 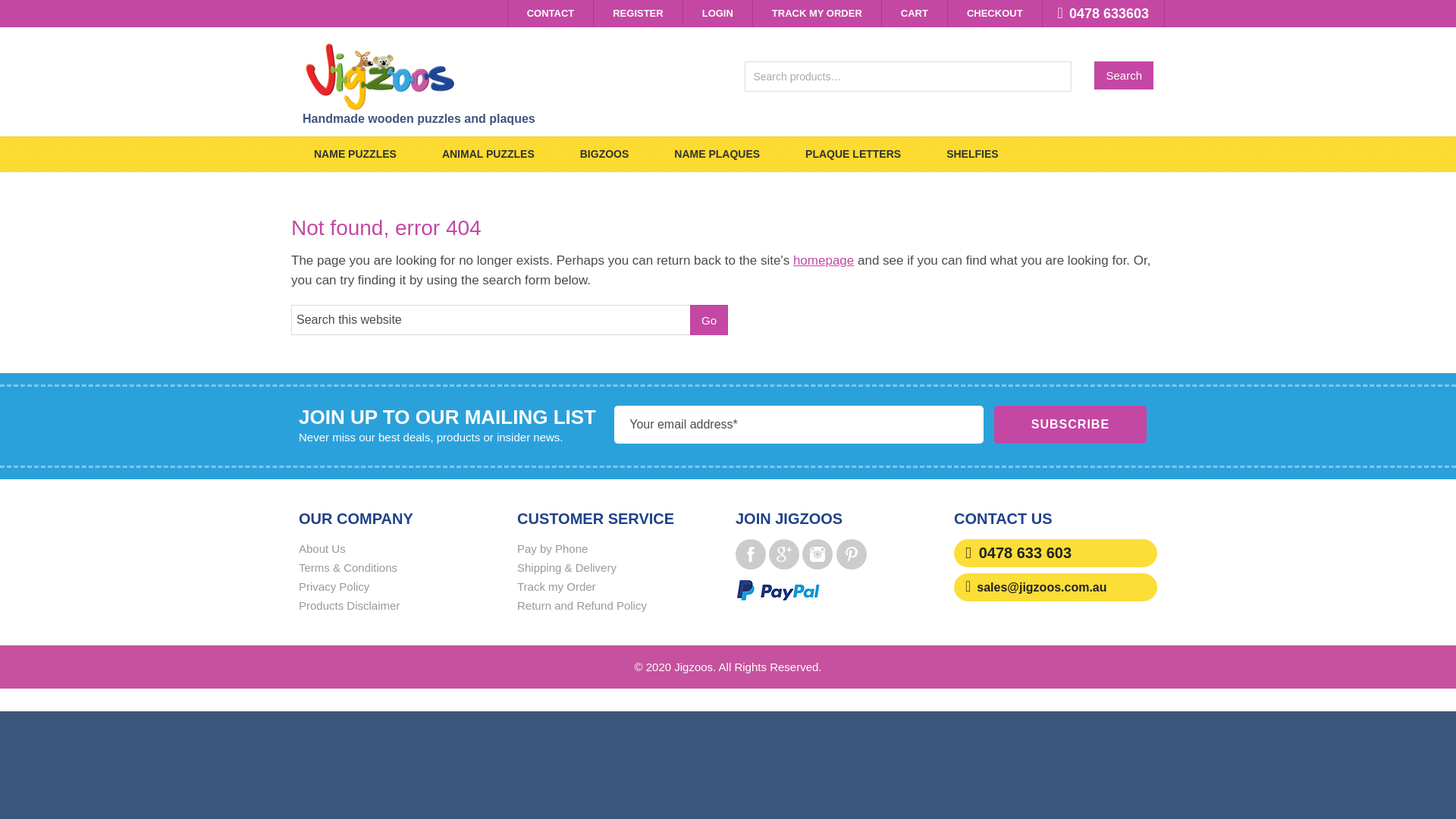 What do you see at coordinates (488, 154) in the screenshot?
I see `'ANIMAL PUZZLES'` at bounding box center [488, 154].